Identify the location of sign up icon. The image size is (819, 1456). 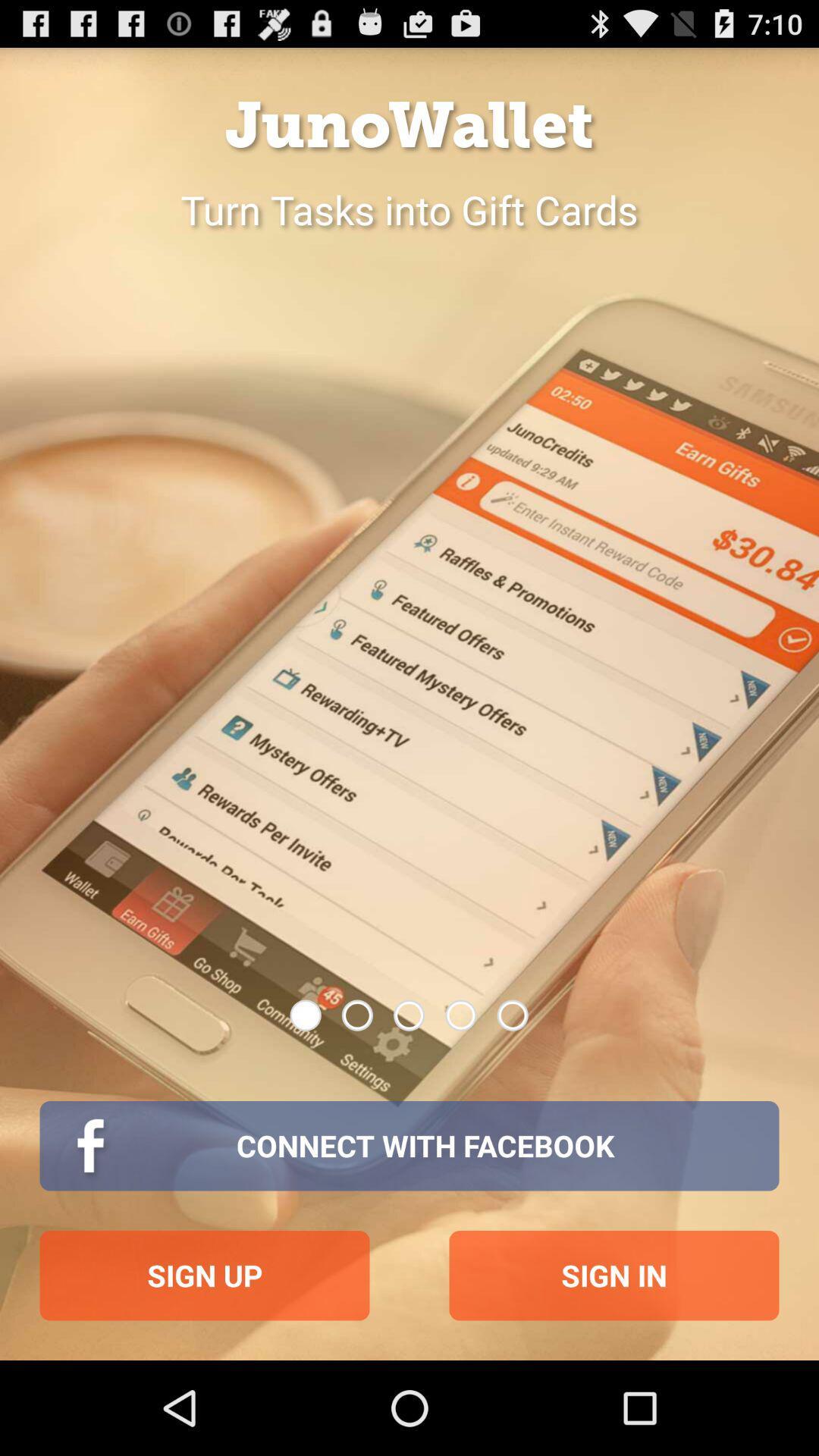
(205, 1275).